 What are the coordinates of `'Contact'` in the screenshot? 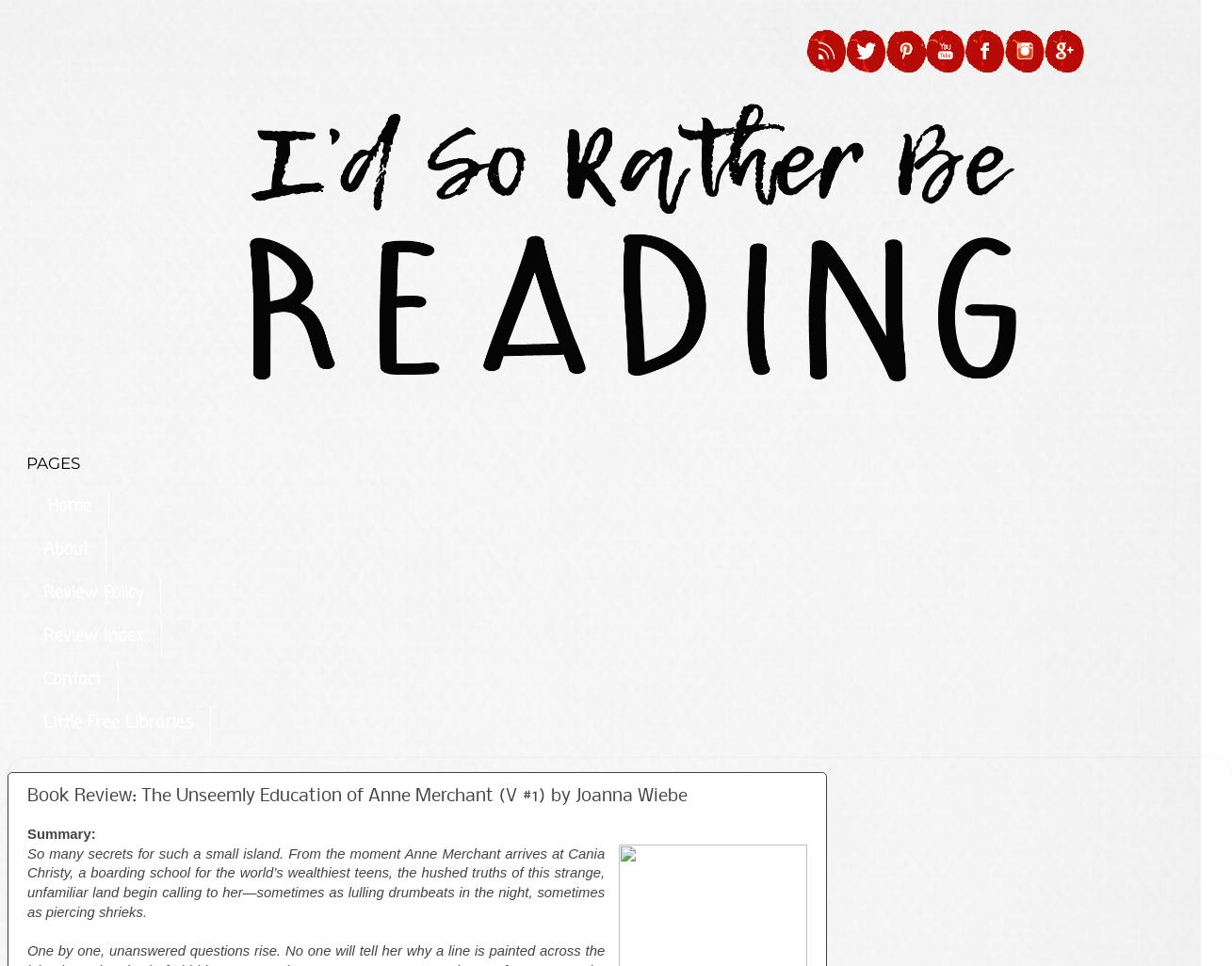 It's located at (43, 679).